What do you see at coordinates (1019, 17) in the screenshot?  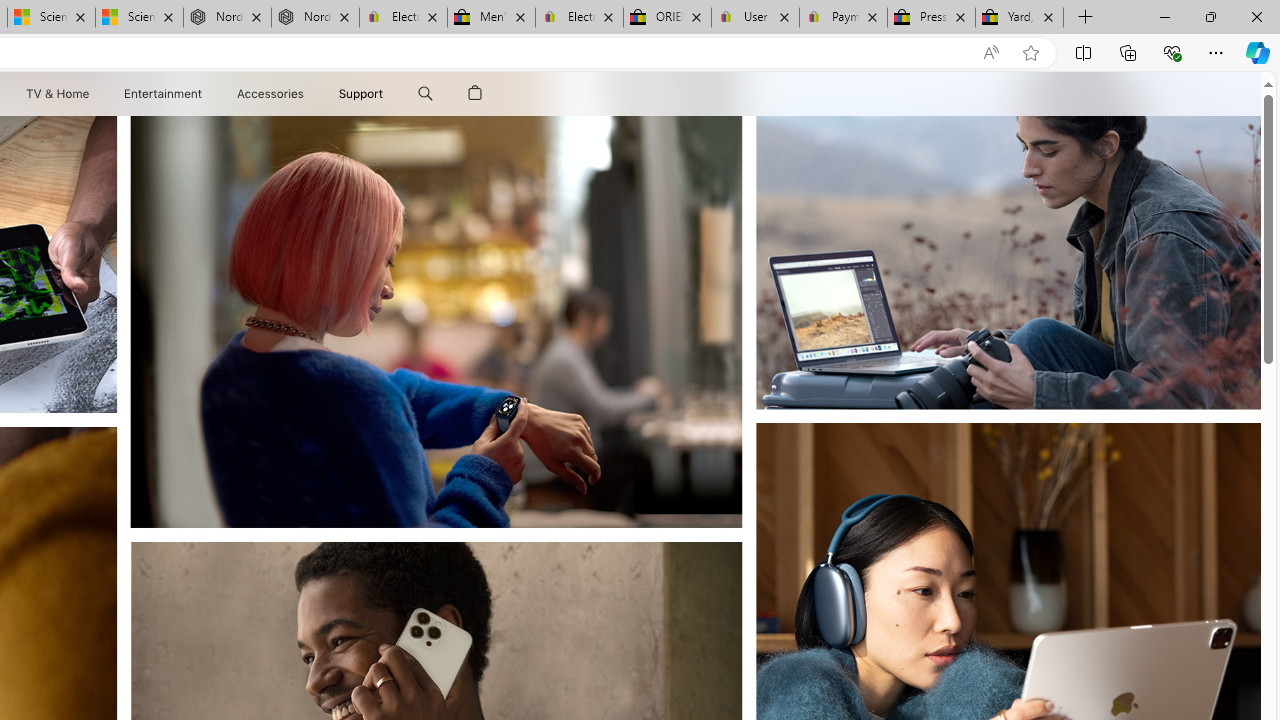 I see `'Yard, Garden & Outdoor Living'` at bounding box center [1019, 17].